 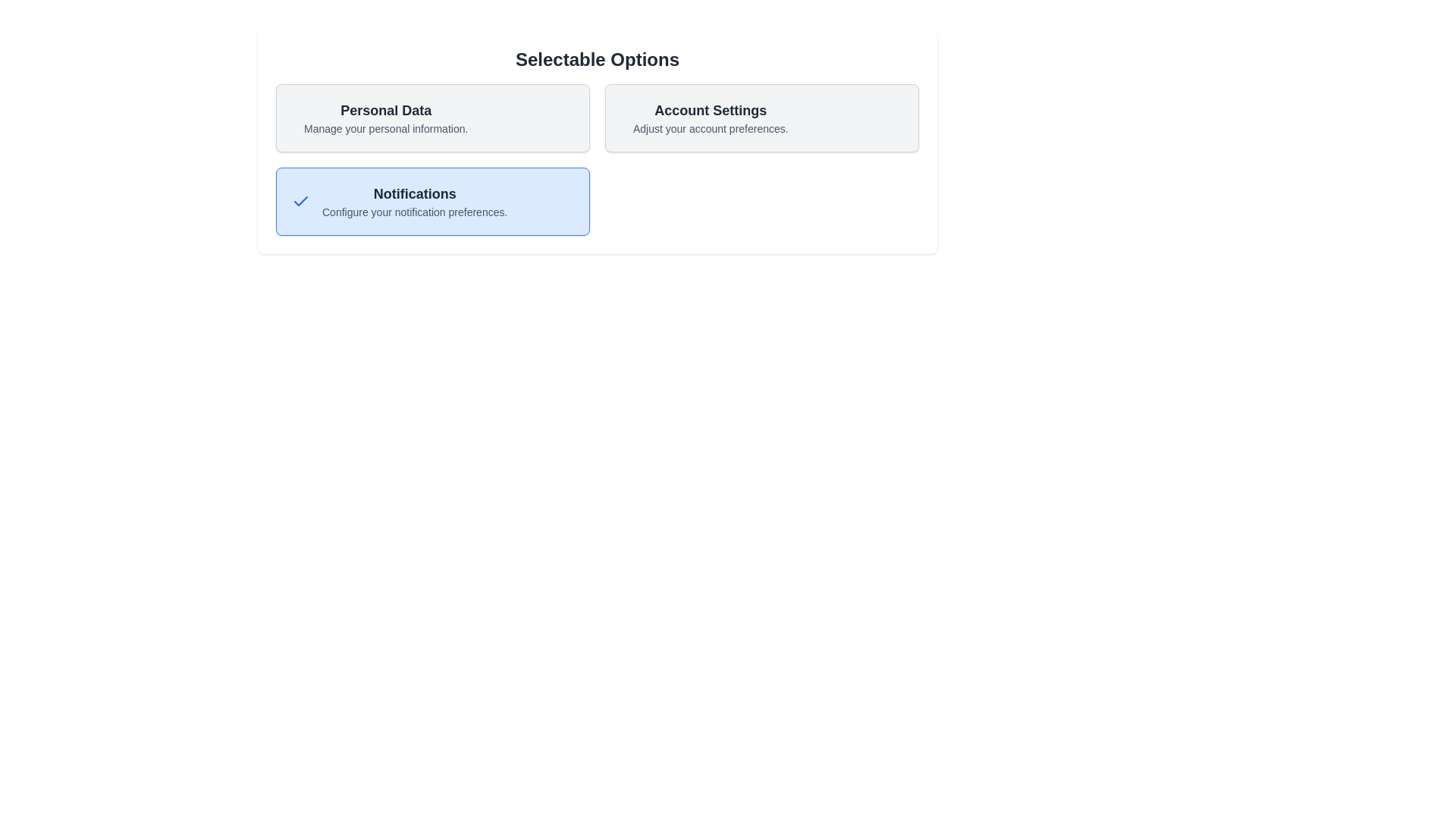 I want to click on the static text element that contains the message 'Configure your notification preferences.' which is positioned below the 'Notifications' header in a highlighted selectable section, so click(x=415, y=212).